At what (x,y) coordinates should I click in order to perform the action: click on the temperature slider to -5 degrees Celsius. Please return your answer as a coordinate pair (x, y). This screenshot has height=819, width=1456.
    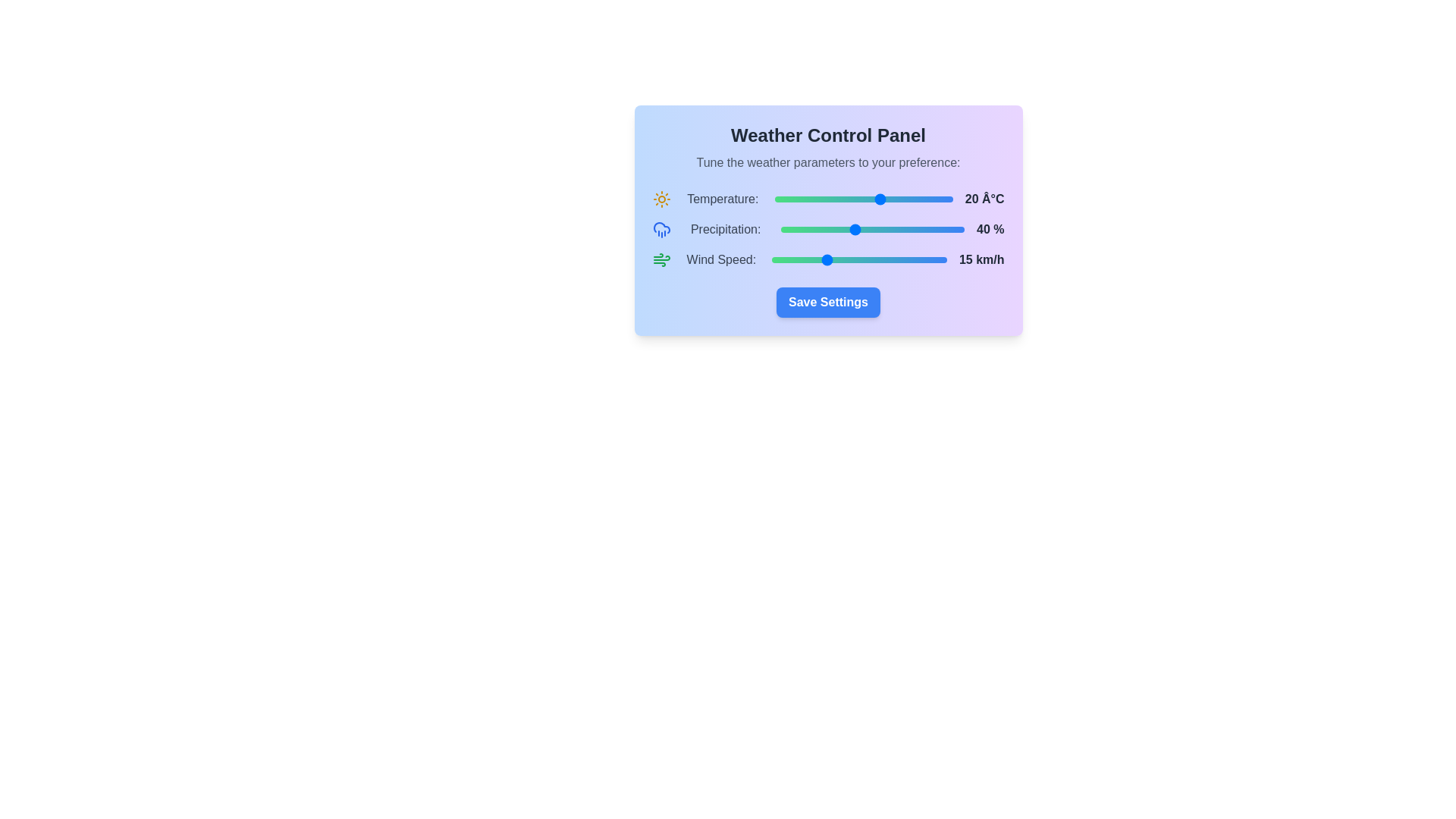
    Looking at the image, I should click on (792, 198).